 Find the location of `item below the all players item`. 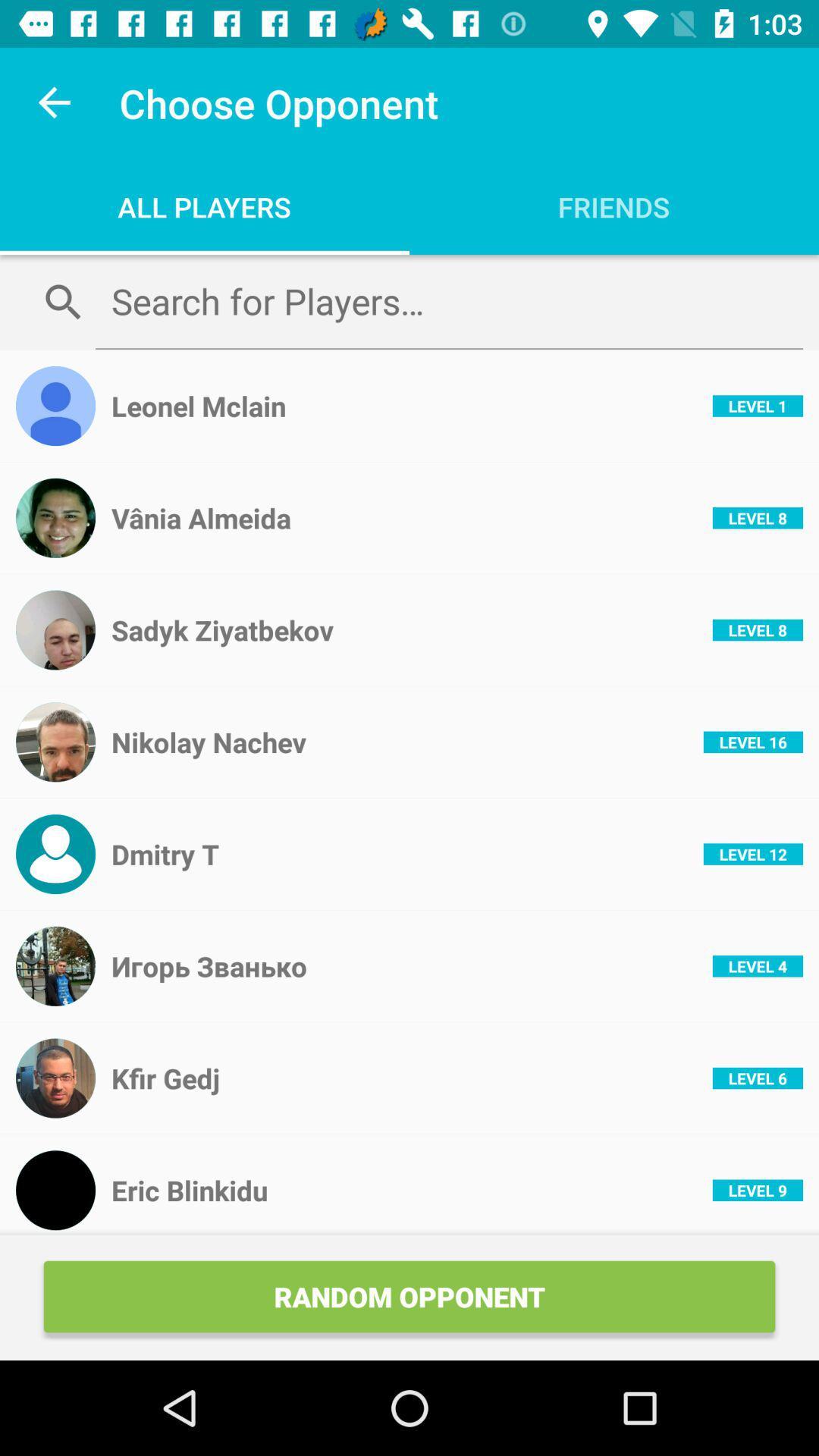

item below the all players item is located at coordinates (448, 301).